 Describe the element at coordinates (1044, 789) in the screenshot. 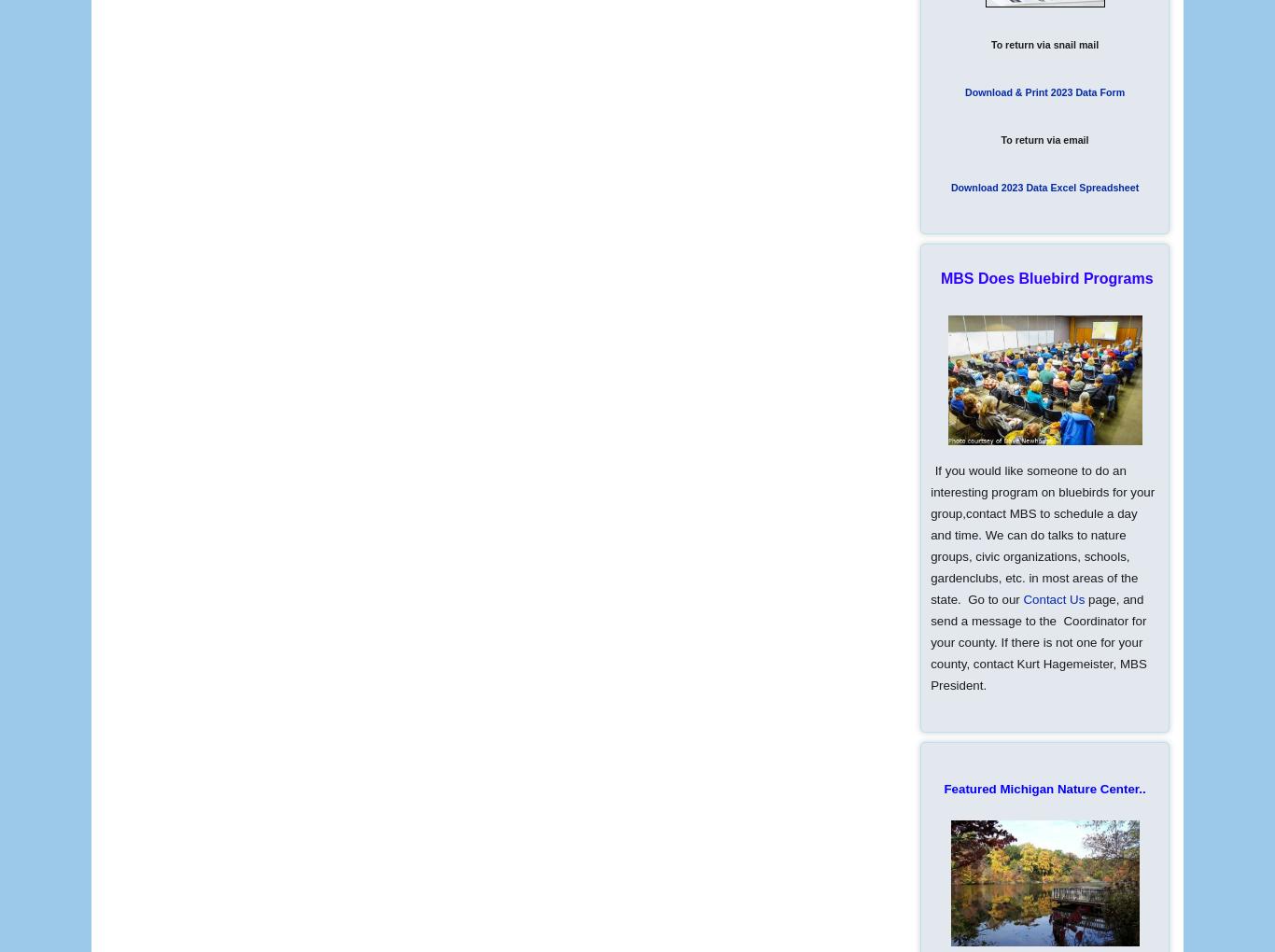

I see `'Featured Michigan Nature Center..'` at that location.